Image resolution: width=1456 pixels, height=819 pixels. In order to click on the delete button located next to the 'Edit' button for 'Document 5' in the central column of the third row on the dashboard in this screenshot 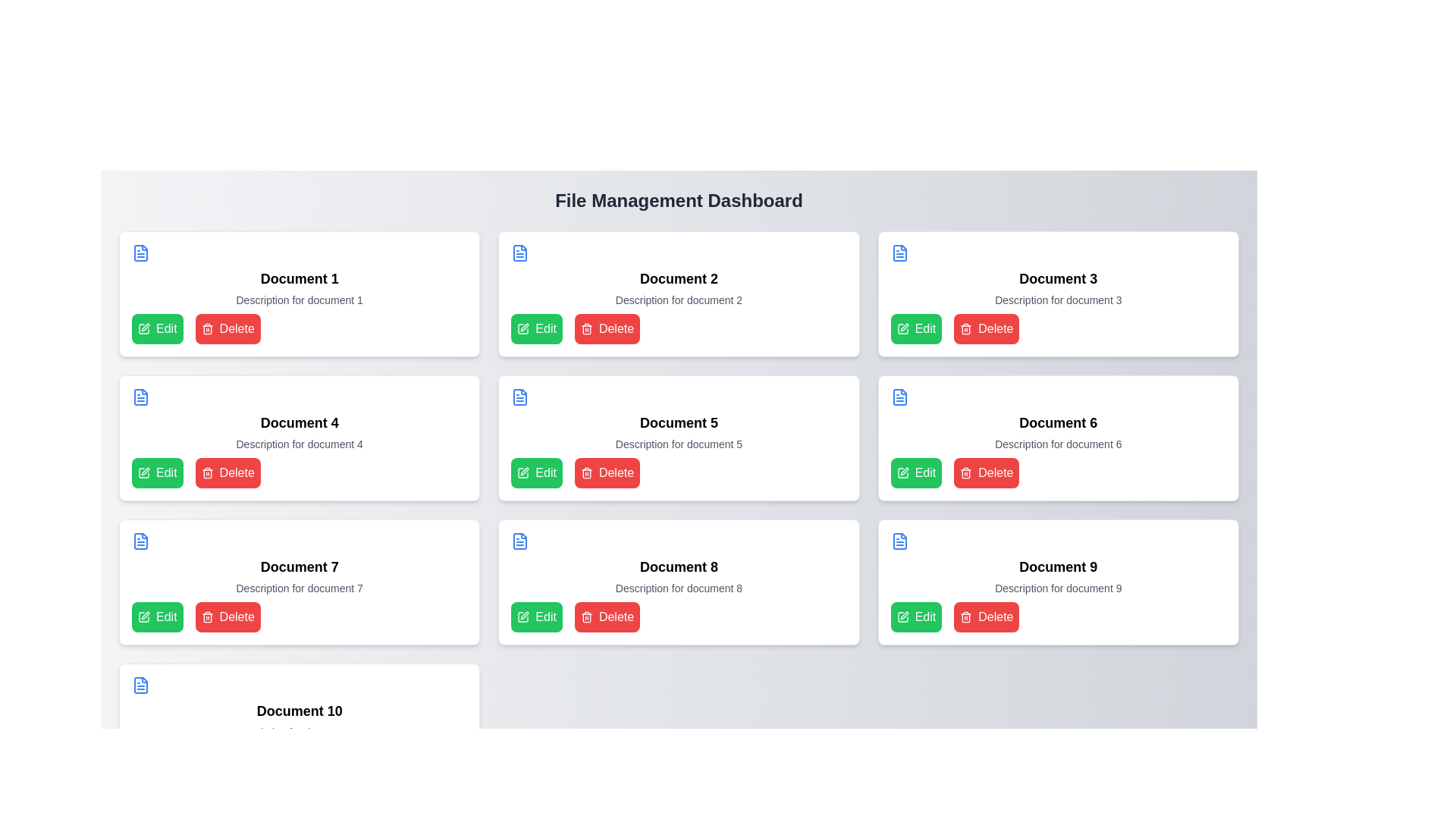, I will do `click(607, 472)`.